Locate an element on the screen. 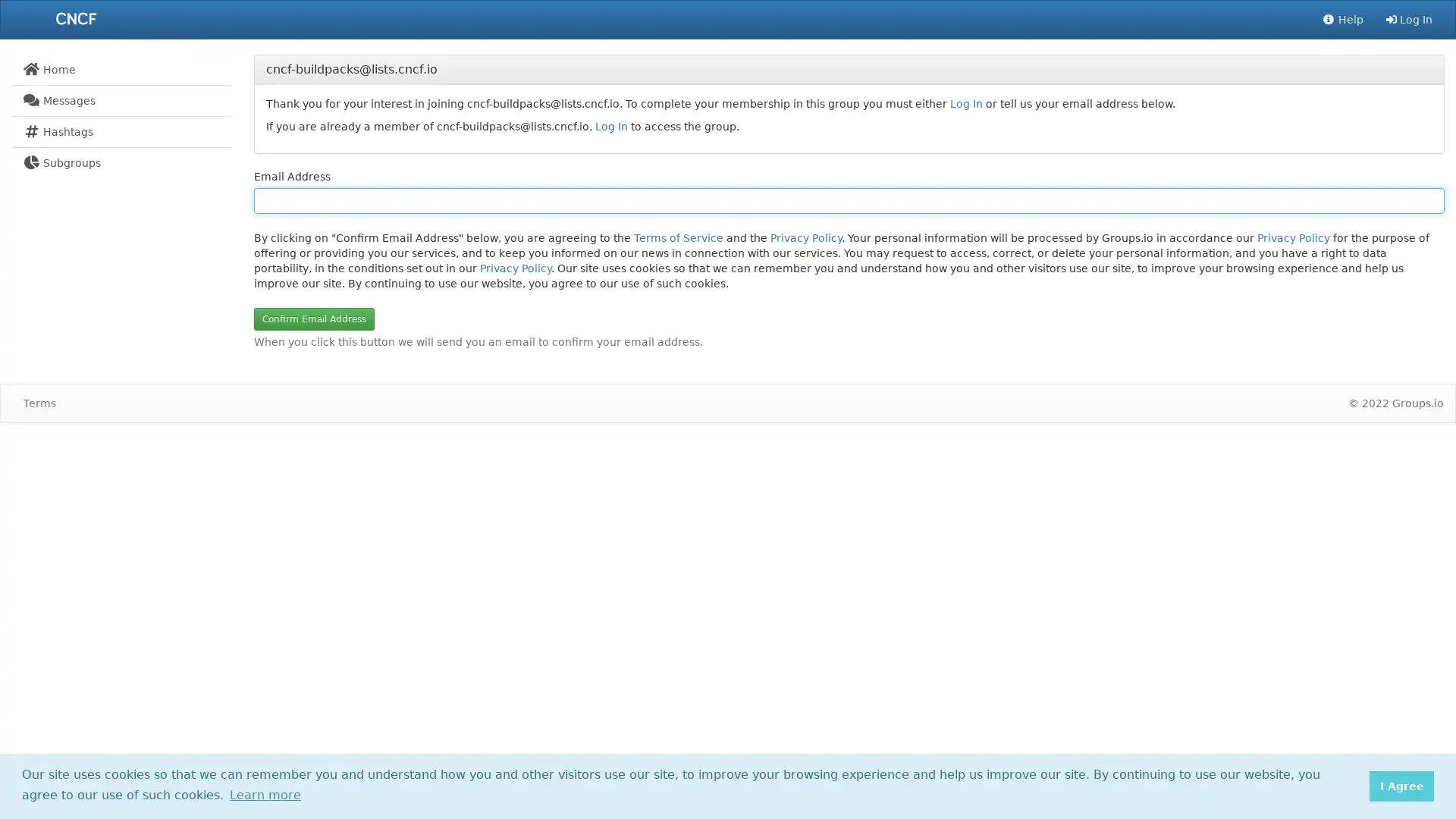 Image resolution: width=1456 pixels, height=819 pixels. learn more about cookies is located at coordinates (265, 794).